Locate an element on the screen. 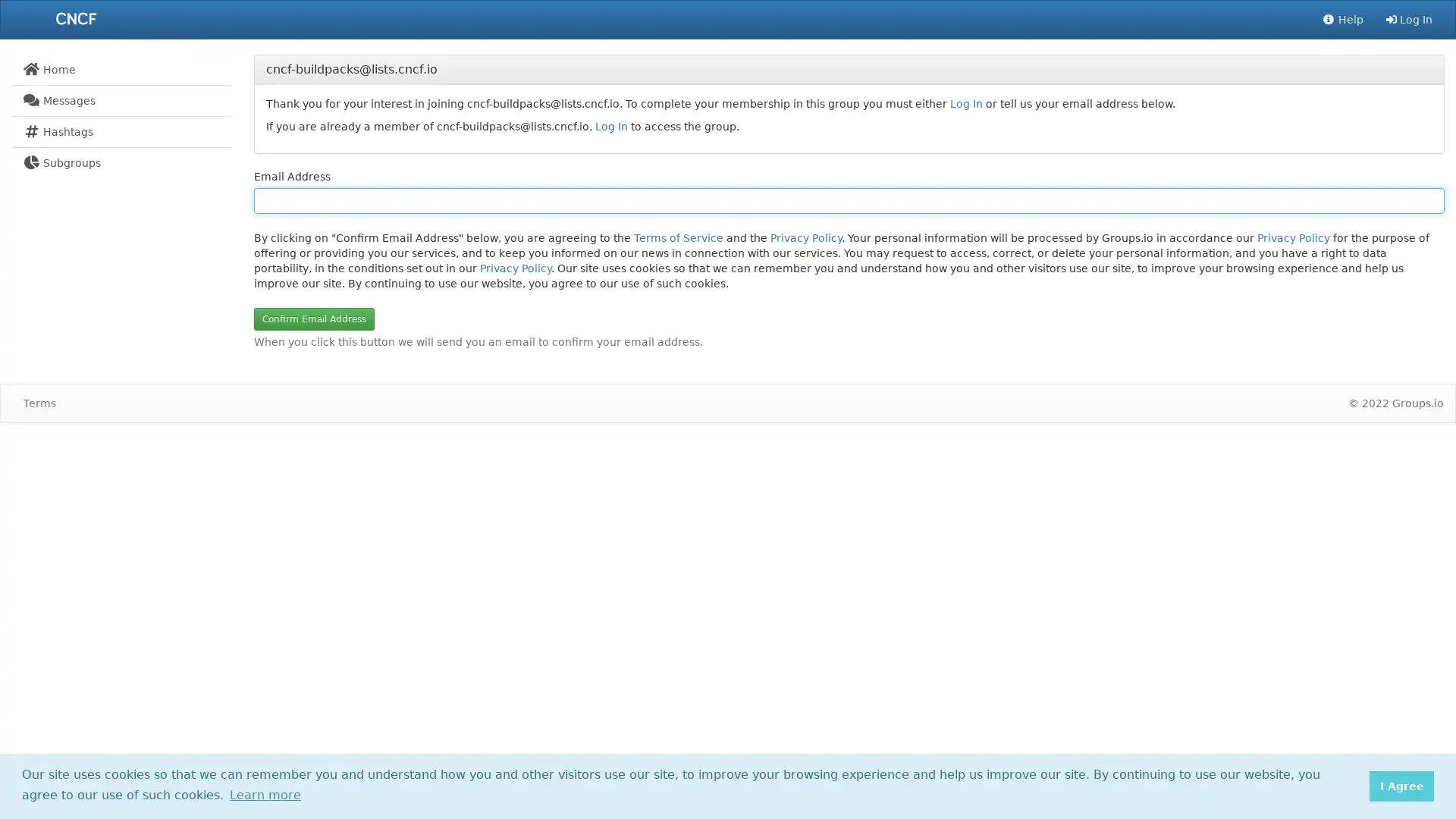 Image resolution: width=1456 pixels, height=819 pixels. learn more about cookies is located at coordinates (265, 794).